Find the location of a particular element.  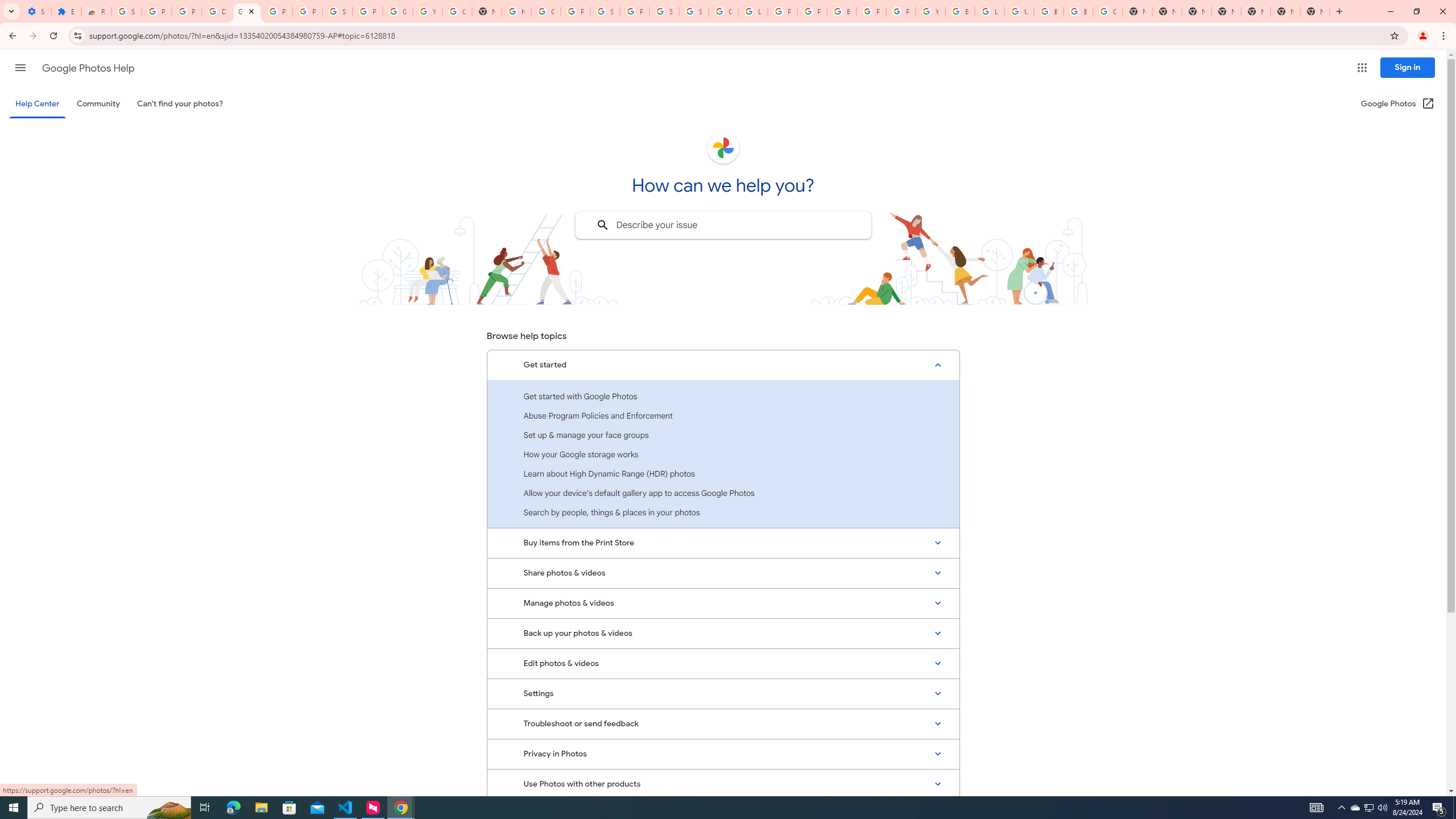

'Get started, Expanded list with 7 items' is located at coordinates (723, 365).